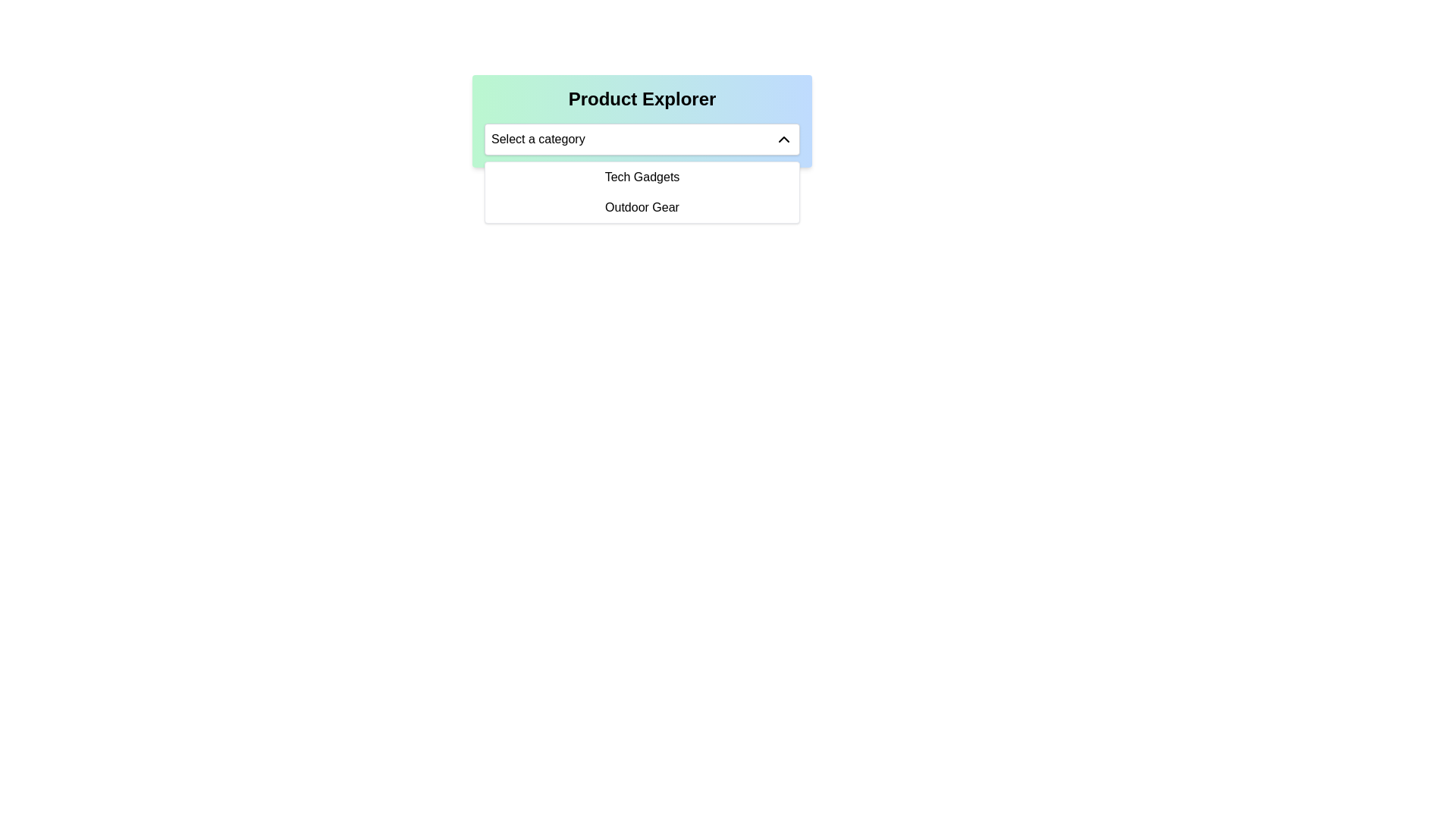 This screenshot has height=819, width=1456. What do you see at coordinates (642, 207) in the screenshot?
I see `the 'Outdoor Gear' dropdown menu item, which is the second entry in the dropdown list below 'Tech Gadgets'` at bounding box center [642, 207].